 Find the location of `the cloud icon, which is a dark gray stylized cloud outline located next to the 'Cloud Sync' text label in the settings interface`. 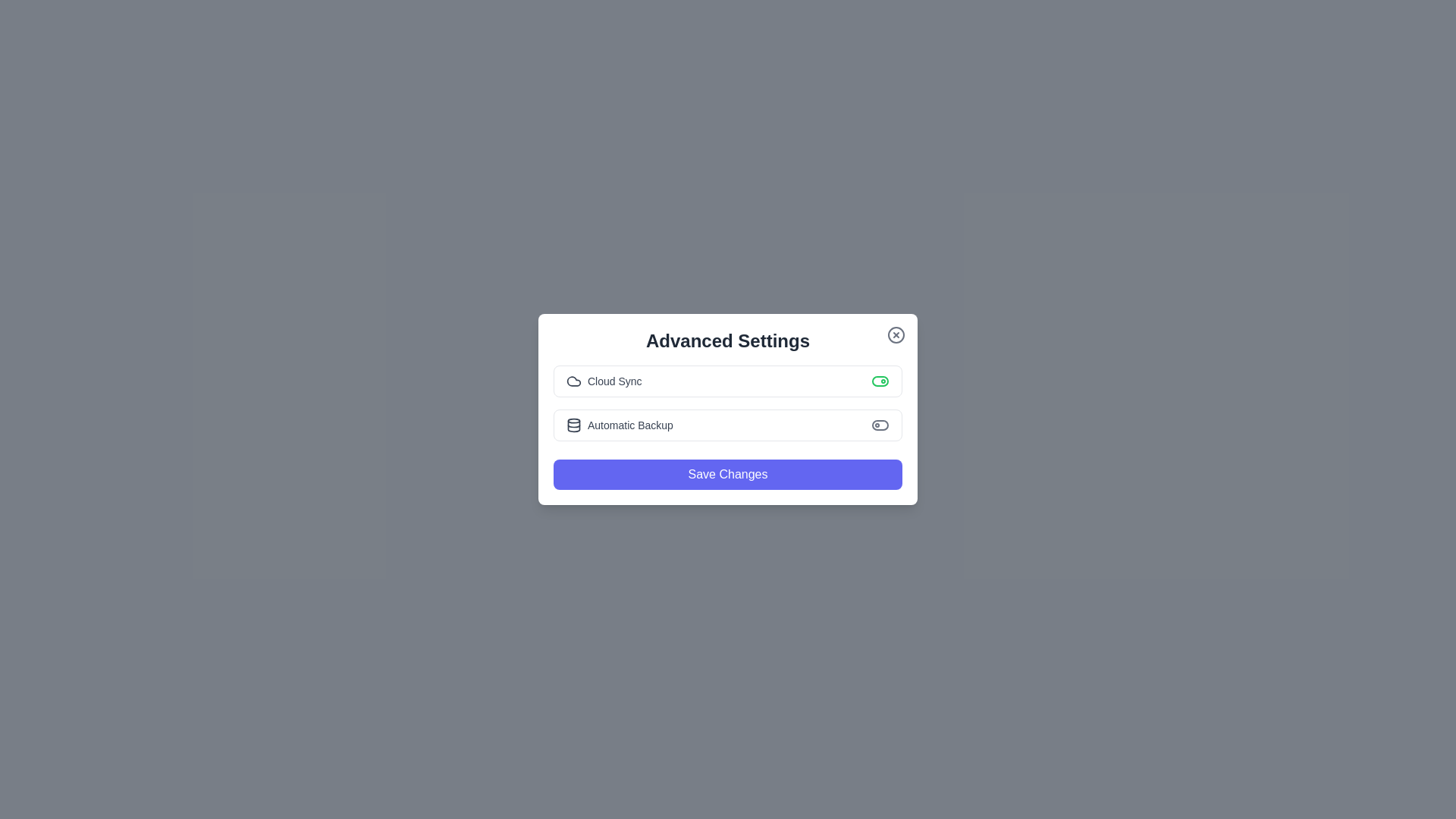

the cloud icon, which is a dark gray stylized cloud outline located next to the 'Cloud Sync' text label in the settings interface is located at coordinates (573, 380).